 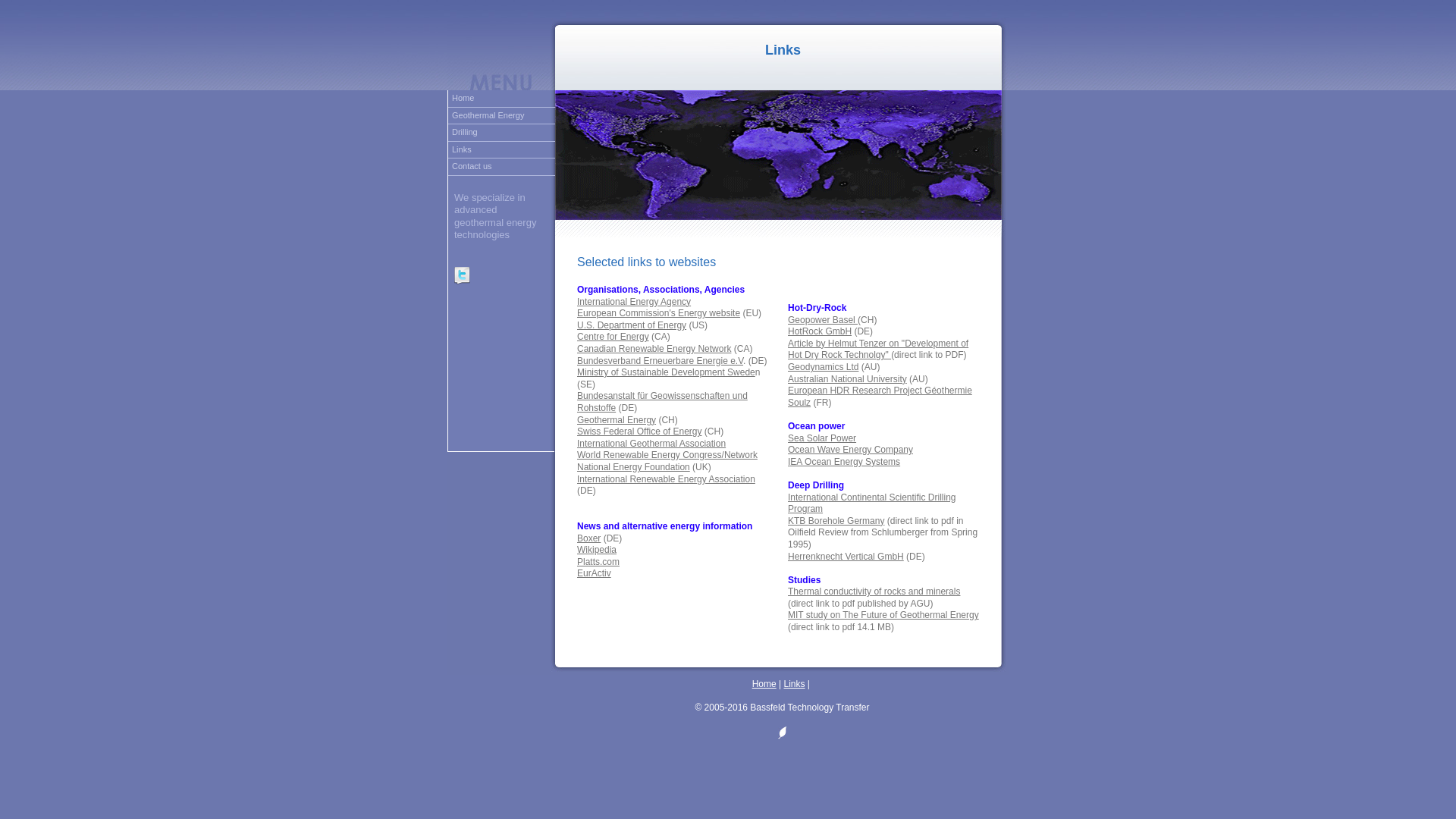 I want to click on 'Herrenknecht Vertical GmbH', so click(x=845, y=556).